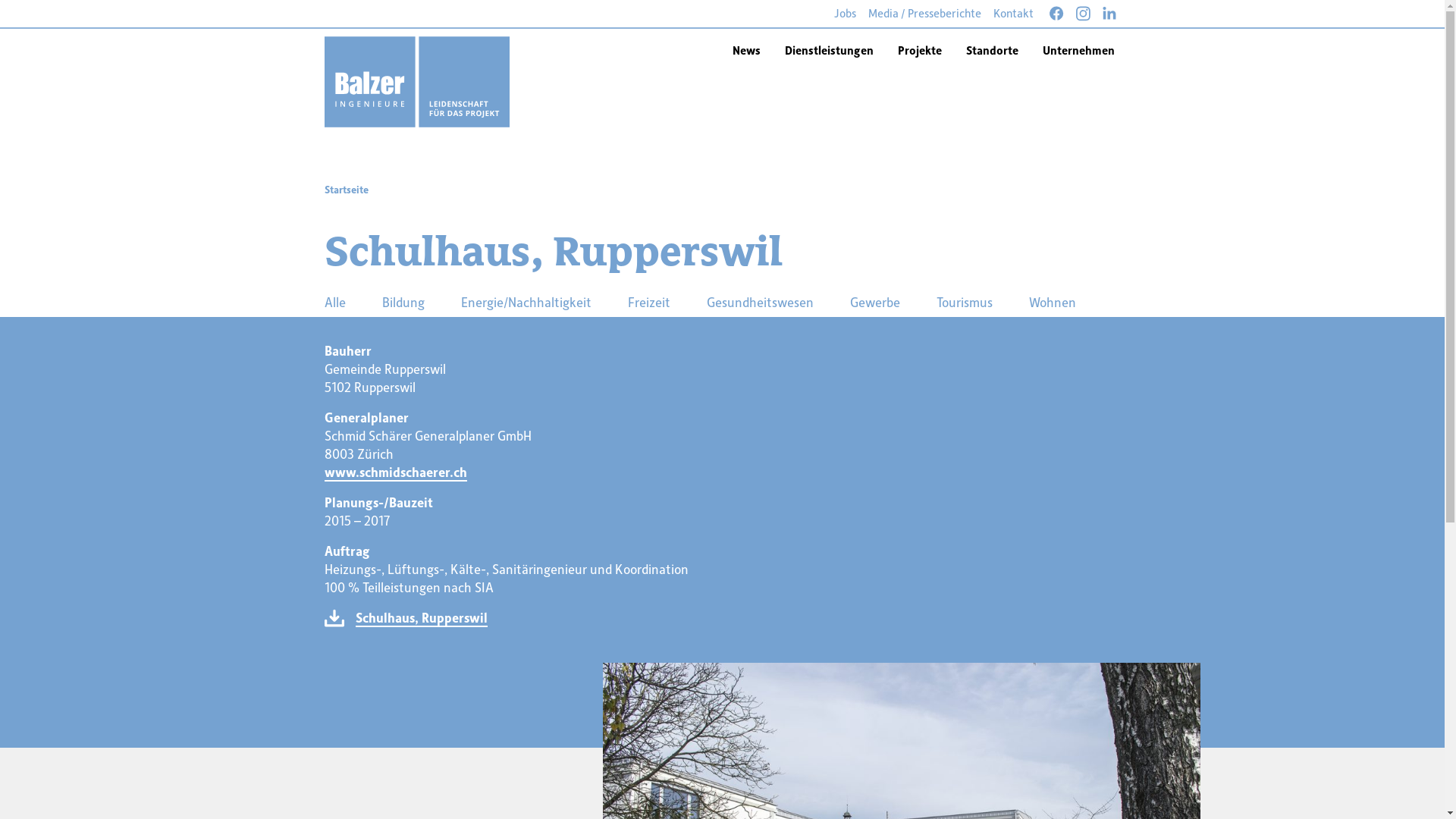  Describe the element at coordinates (694, 301) in the screenshot. I see `'Gesundheitswesen'` at that location.